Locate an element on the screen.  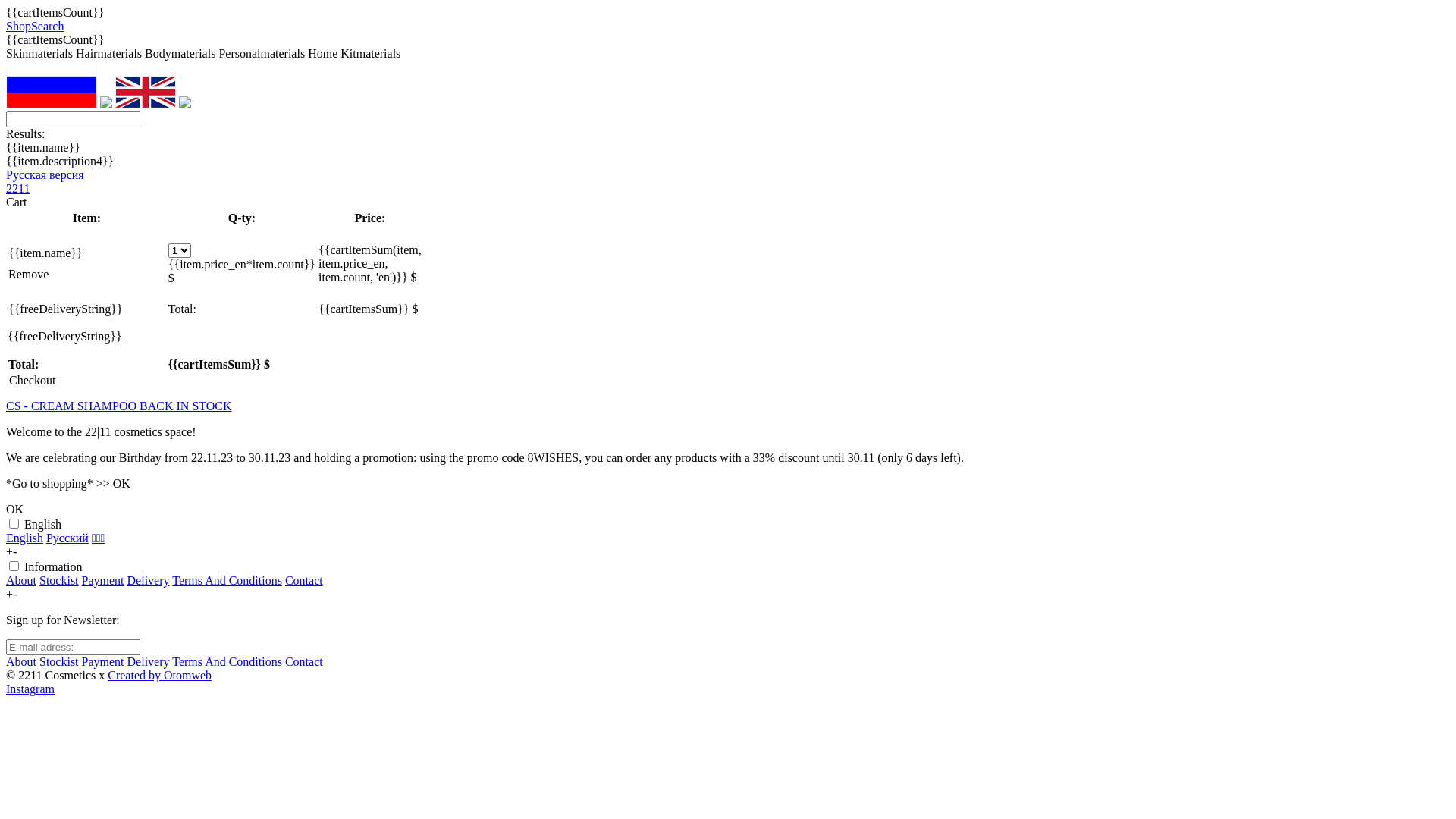
'Personalmaterials' is located at coordinates (262, 52).